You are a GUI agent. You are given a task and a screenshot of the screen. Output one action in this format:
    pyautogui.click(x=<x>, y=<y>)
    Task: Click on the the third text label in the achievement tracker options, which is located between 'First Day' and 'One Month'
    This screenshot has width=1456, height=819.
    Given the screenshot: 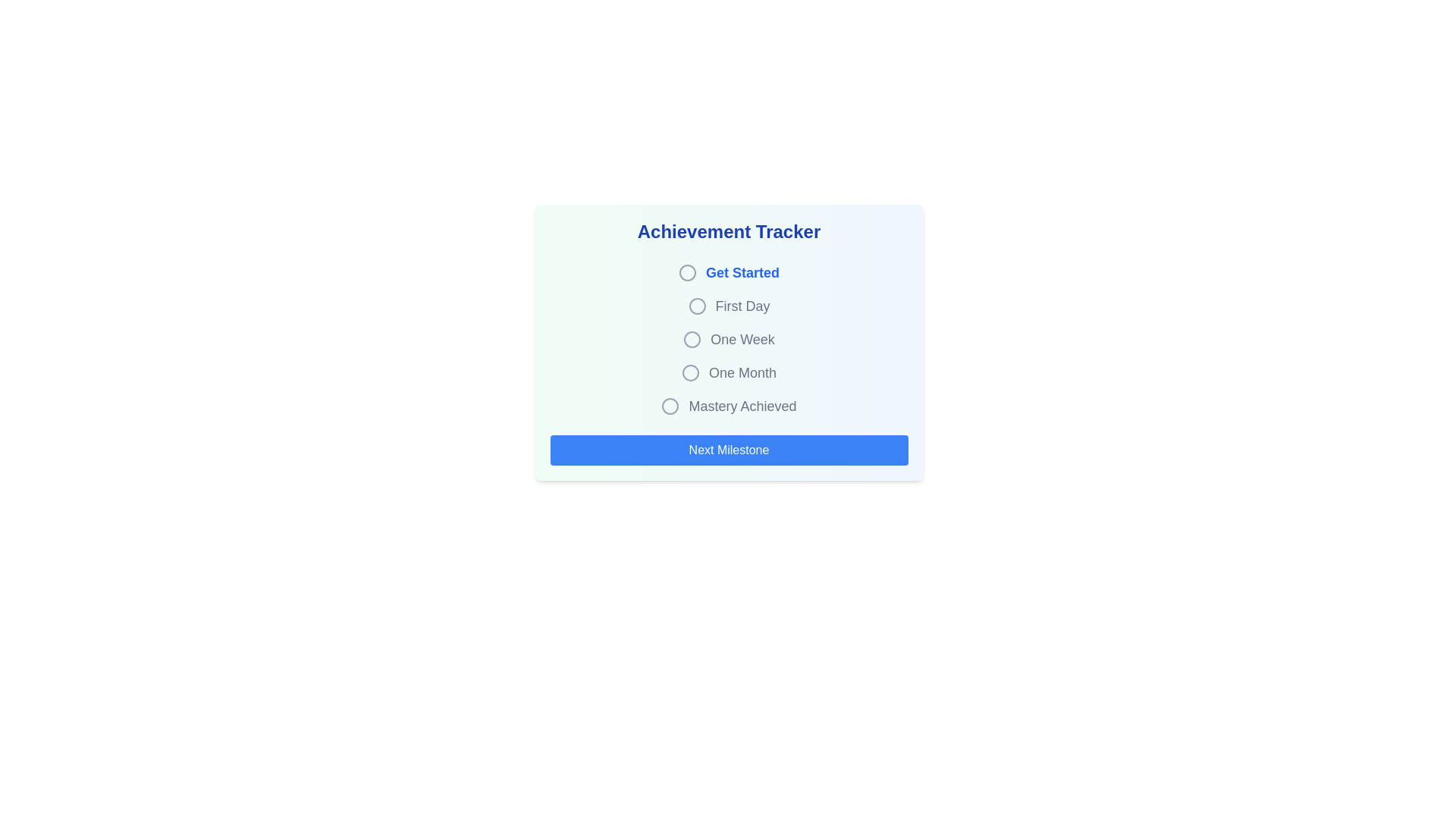 What is the action you would take?
    pyautogui.click(x=742, y=338)
    